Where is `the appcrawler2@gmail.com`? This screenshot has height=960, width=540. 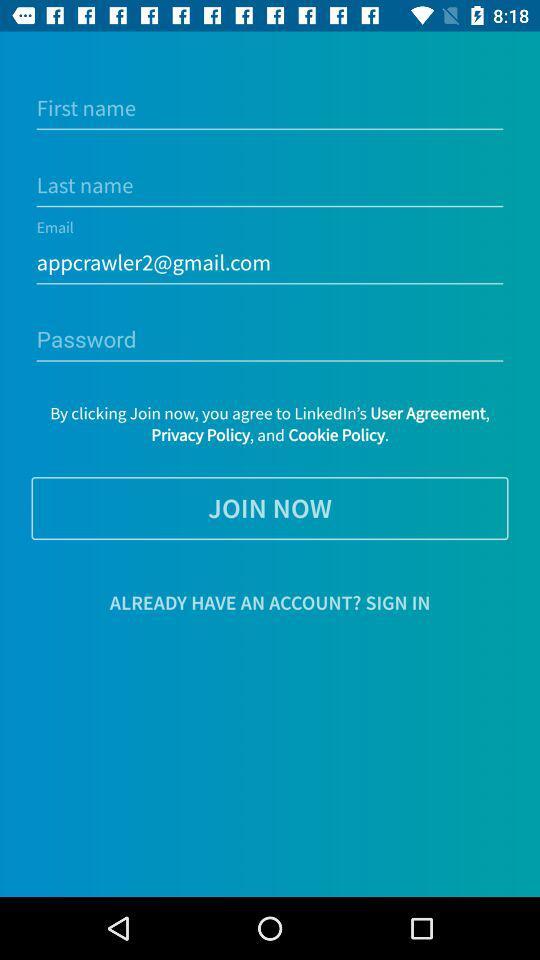 the appcrawler2@gmail.com is located at coordinates (270, 262).